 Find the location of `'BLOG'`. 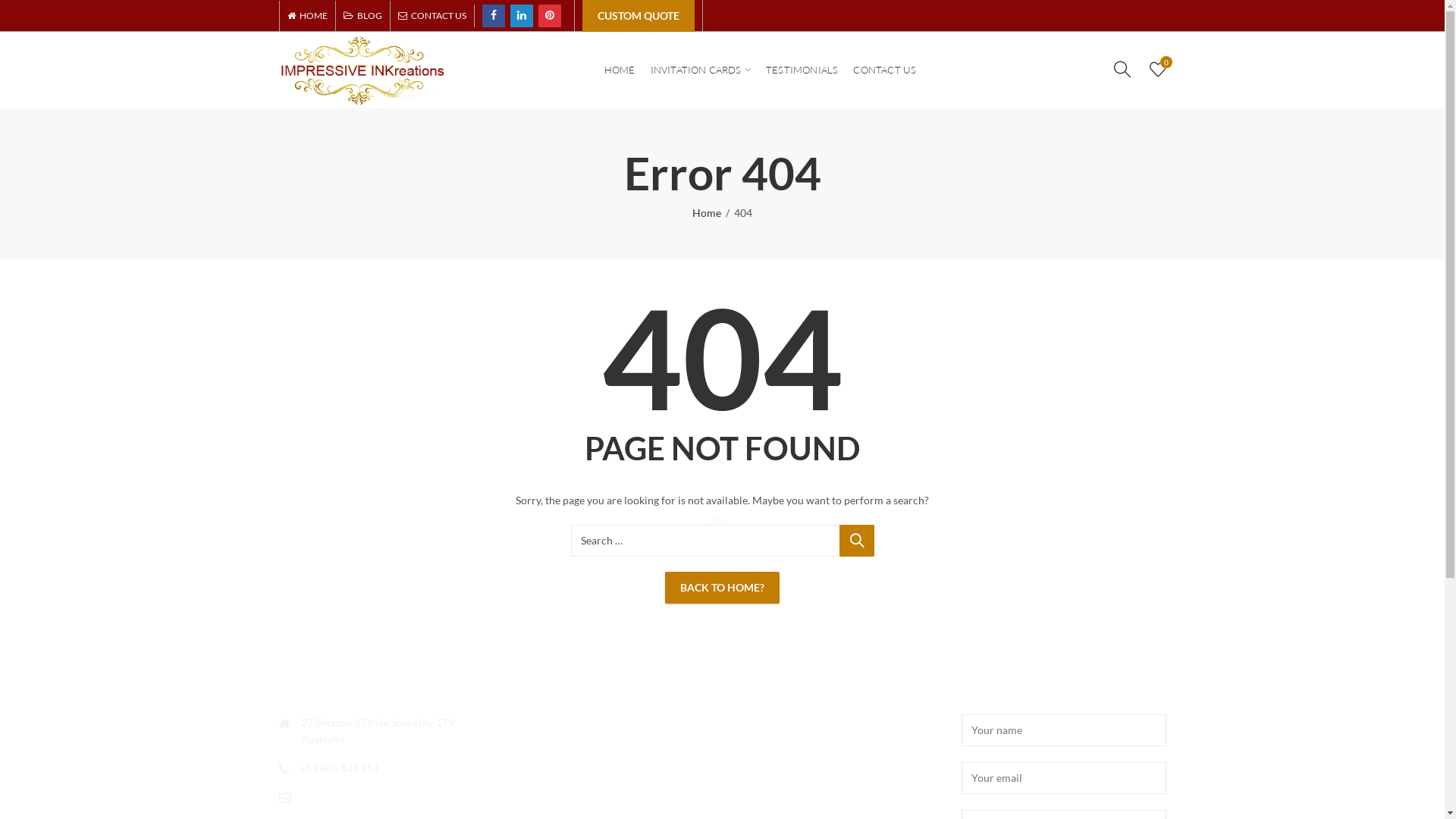

'BLOG' is located at coordinates (361, 15).